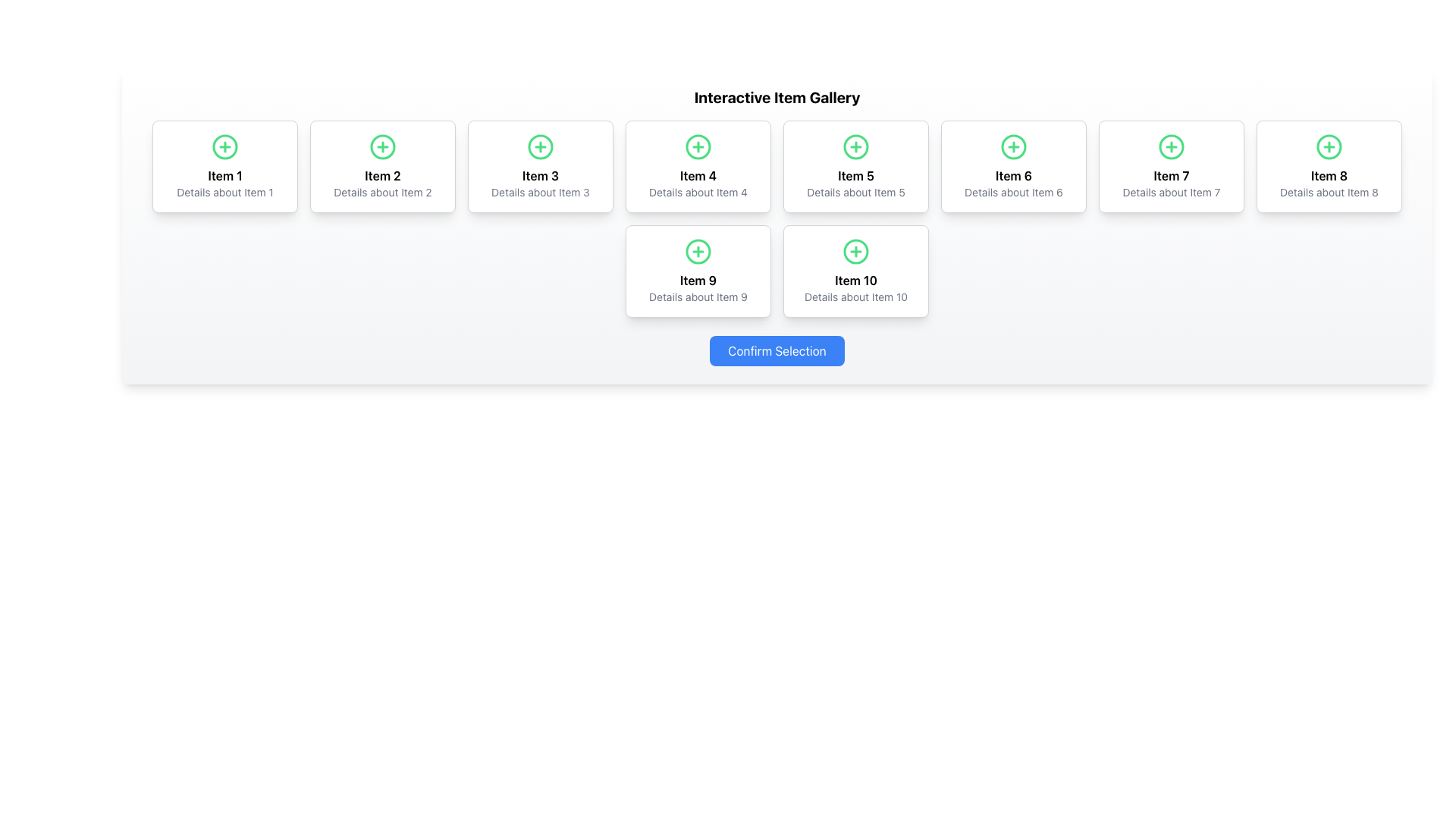 This screenshot has height=819, width=1456. Describe the element at coordinates (855, 146) in the screenshot. I see `the circular '+' icon located on the card titled 'Item 5' in the top row and fifth column of the item gallery` at that location.